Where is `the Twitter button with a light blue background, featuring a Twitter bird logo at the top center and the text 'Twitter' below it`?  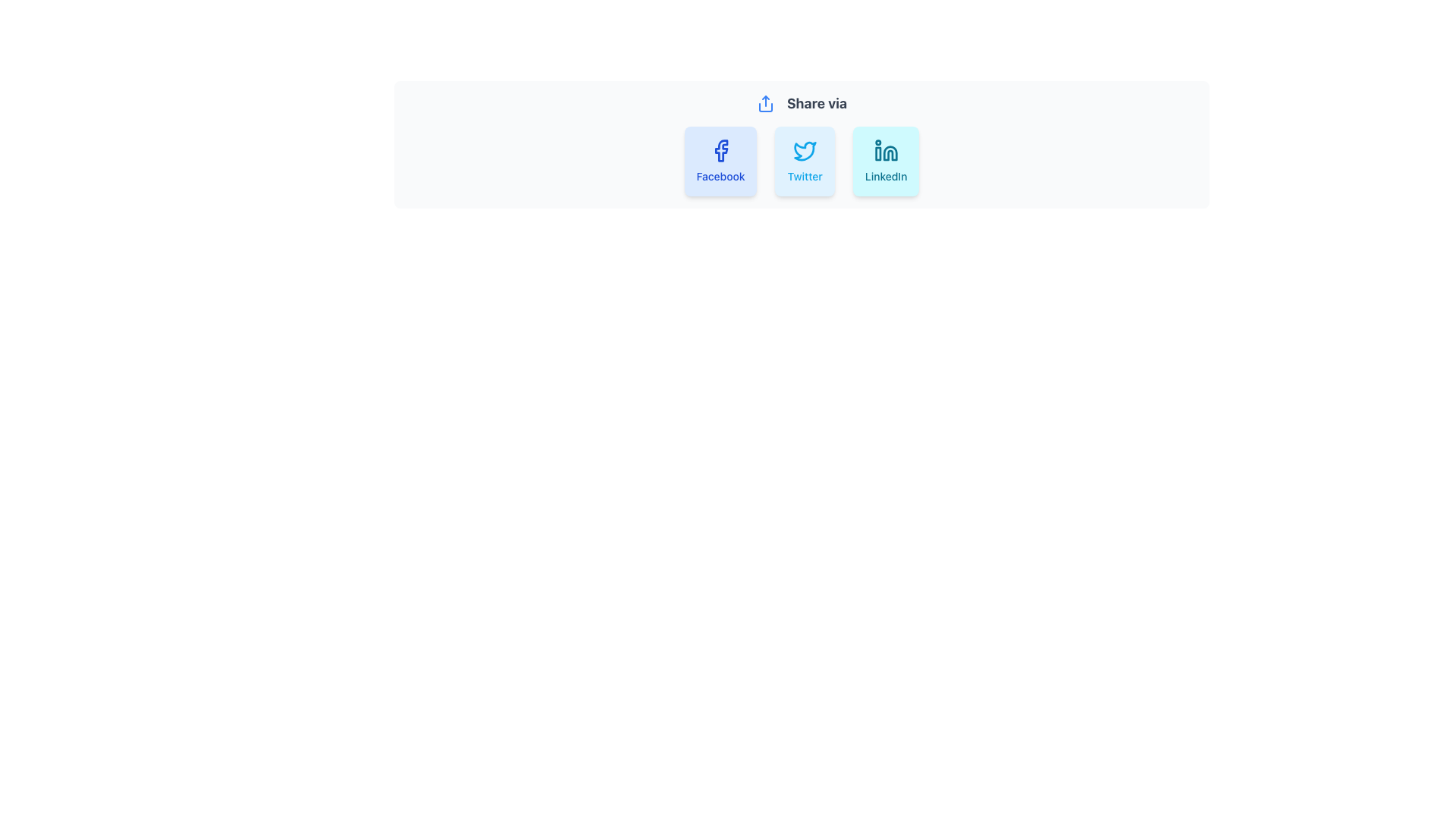
the Twitter button with a light blue background, featuring a Twitter bird logo at the top center and the text 'Twitter' below it is located at coordinates (801, 161).